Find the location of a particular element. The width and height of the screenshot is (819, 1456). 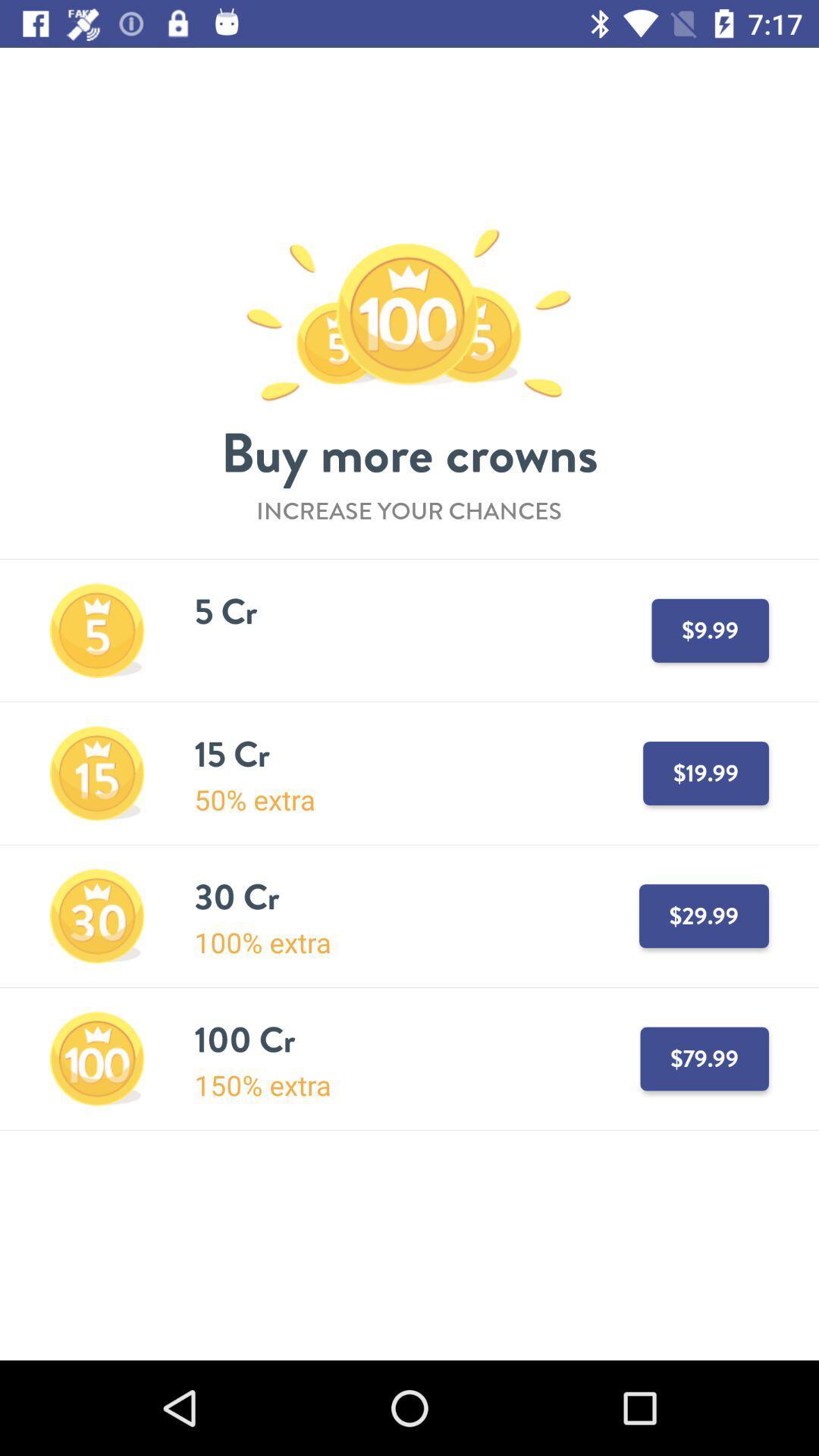

the text 2999 which is right of 30 cr is located at coordinates (704, 915).